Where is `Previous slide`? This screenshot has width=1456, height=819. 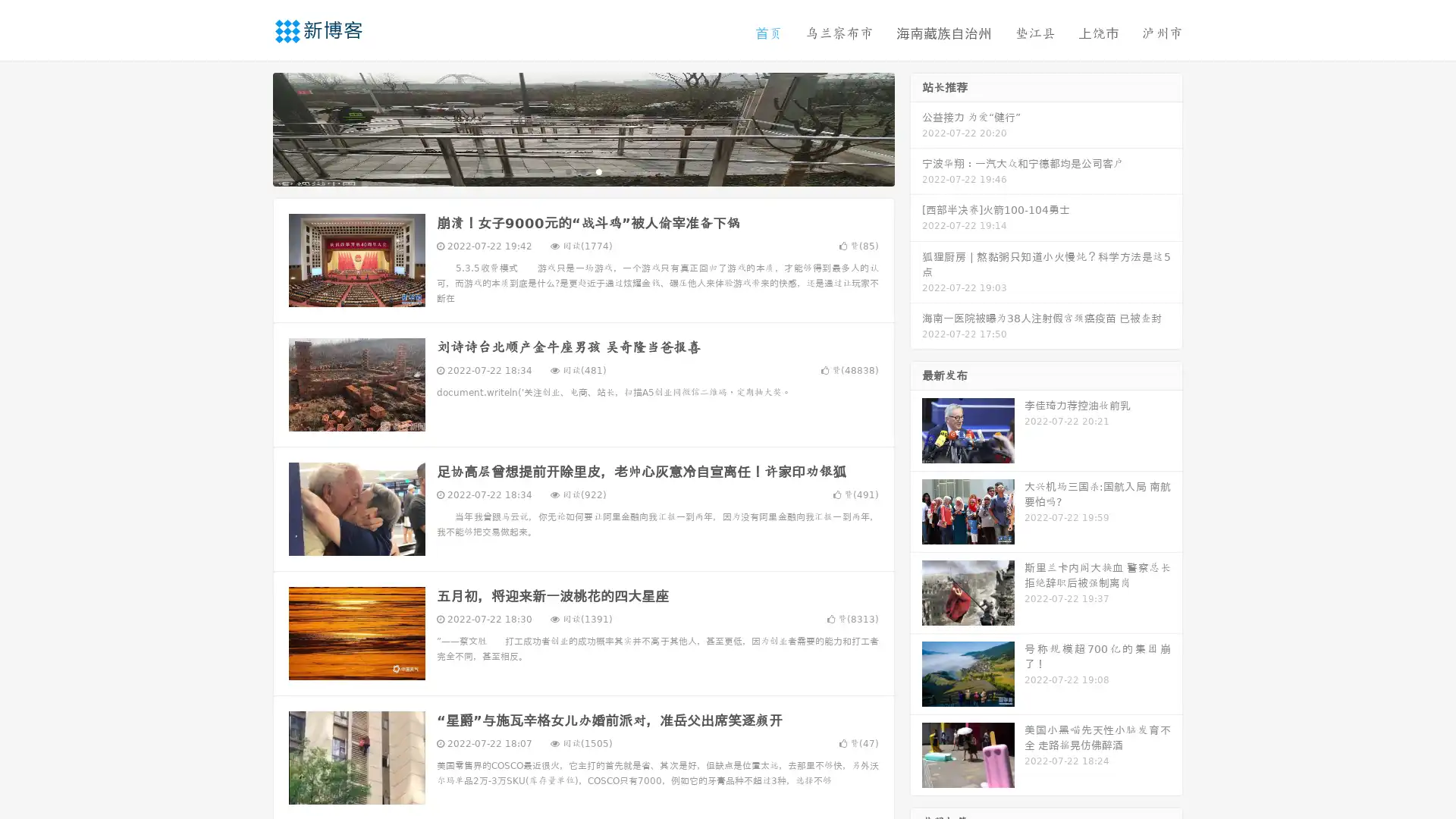 Previous slide is located at coordinates (250, 127).